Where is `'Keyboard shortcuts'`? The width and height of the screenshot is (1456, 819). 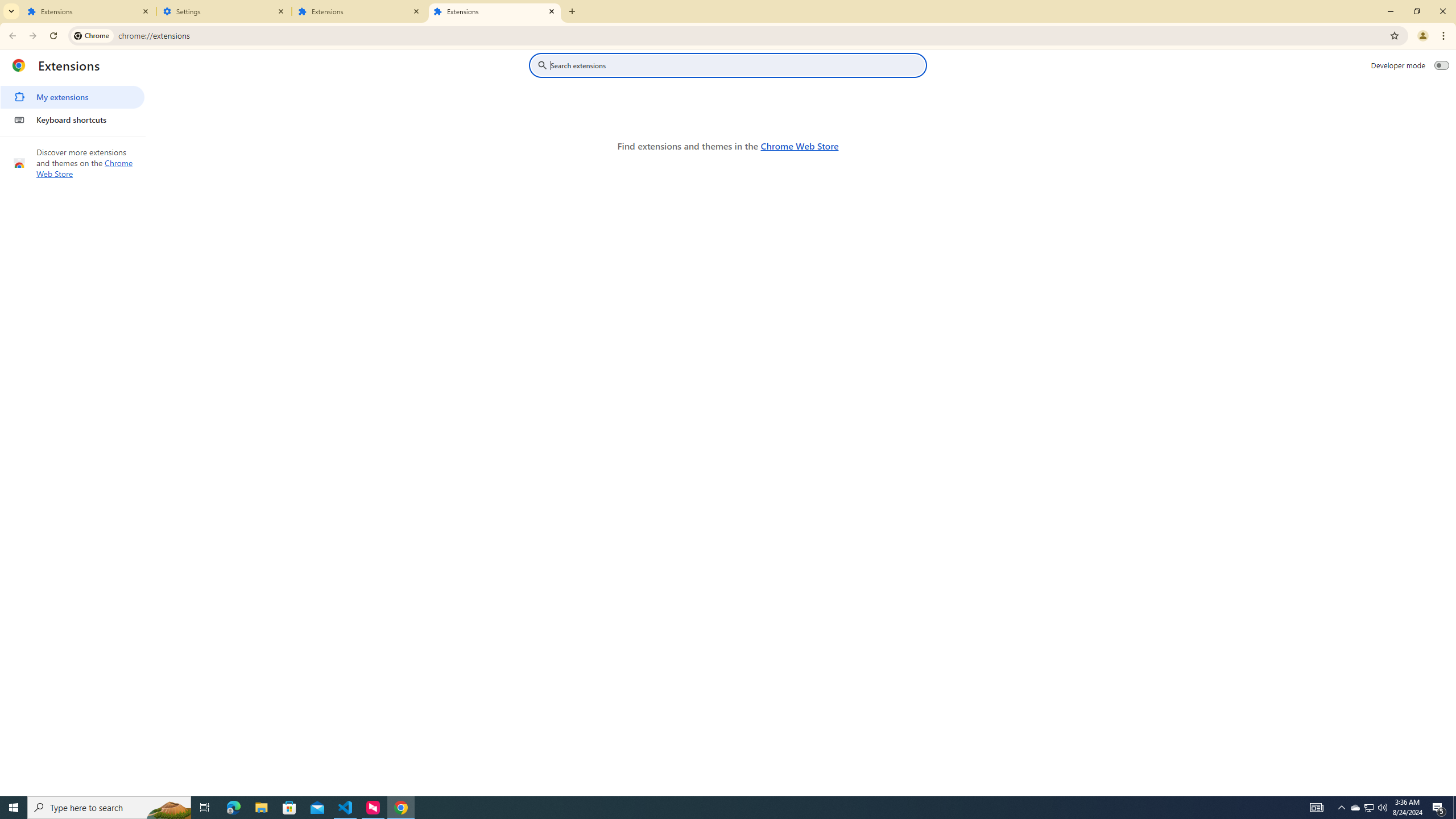 'Keyboard shortcuts' is located at coordinates (72, 119).